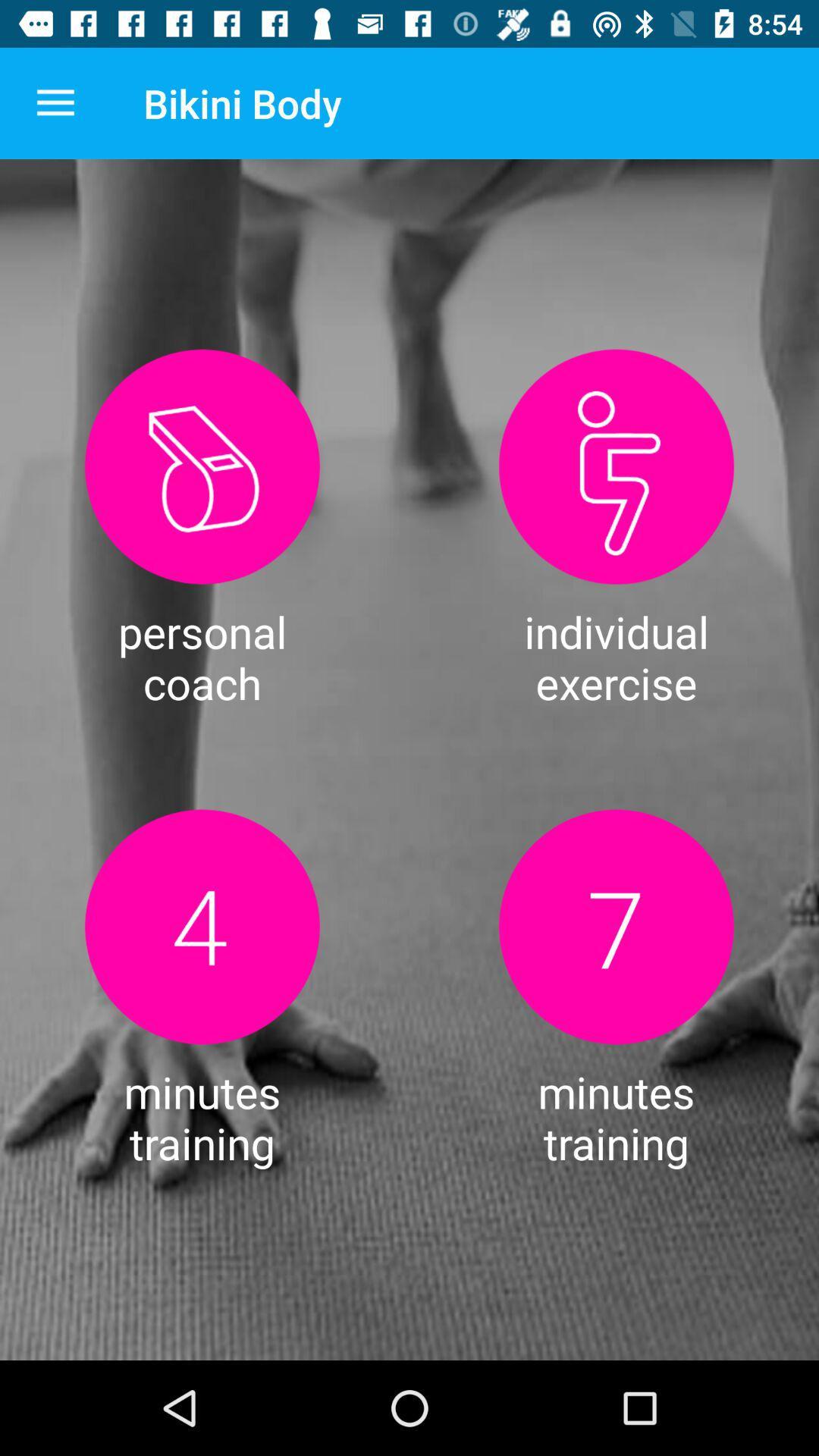 The width and height of the screenshot is (819, 1456). I want to click on adjust minutes training, so click(201, 926).